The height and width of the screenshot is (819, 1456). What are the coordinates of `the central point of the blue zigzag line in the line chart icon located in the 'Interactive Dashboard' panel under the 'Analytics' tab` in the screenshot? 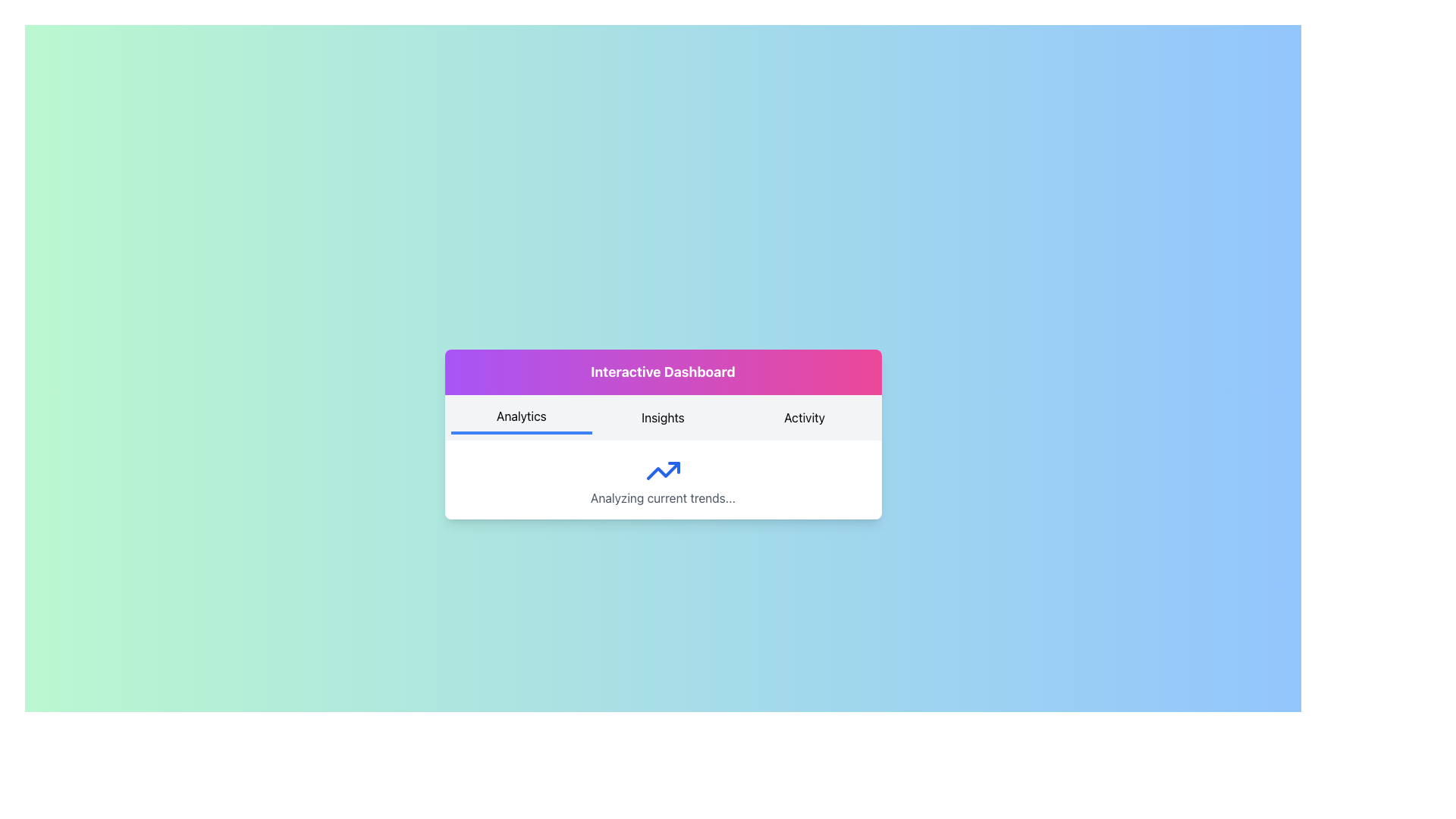 It's located at (663, 470).